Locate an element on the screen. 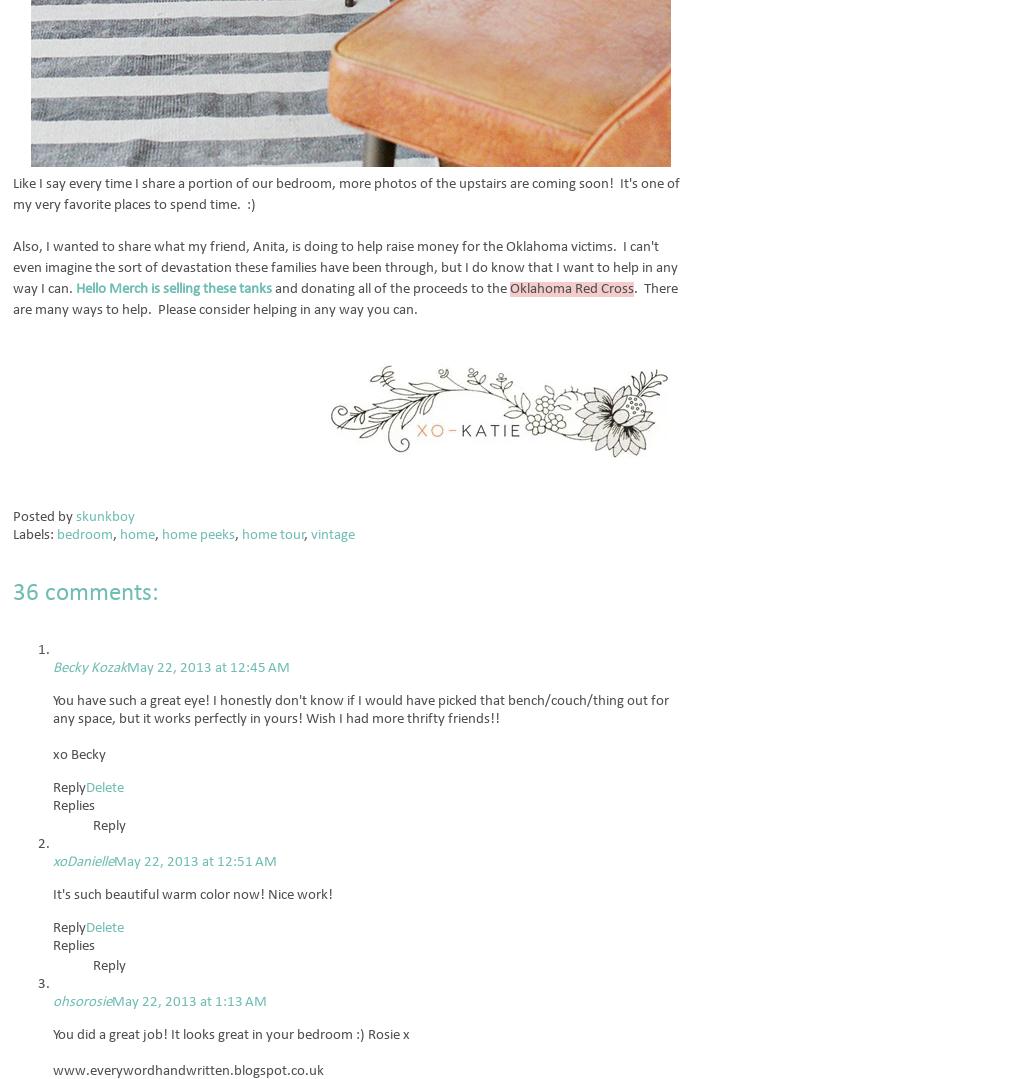 The width and height of the screenshot is (1013, 1079). 'skunkboy' is located at coordinates (74, 516).